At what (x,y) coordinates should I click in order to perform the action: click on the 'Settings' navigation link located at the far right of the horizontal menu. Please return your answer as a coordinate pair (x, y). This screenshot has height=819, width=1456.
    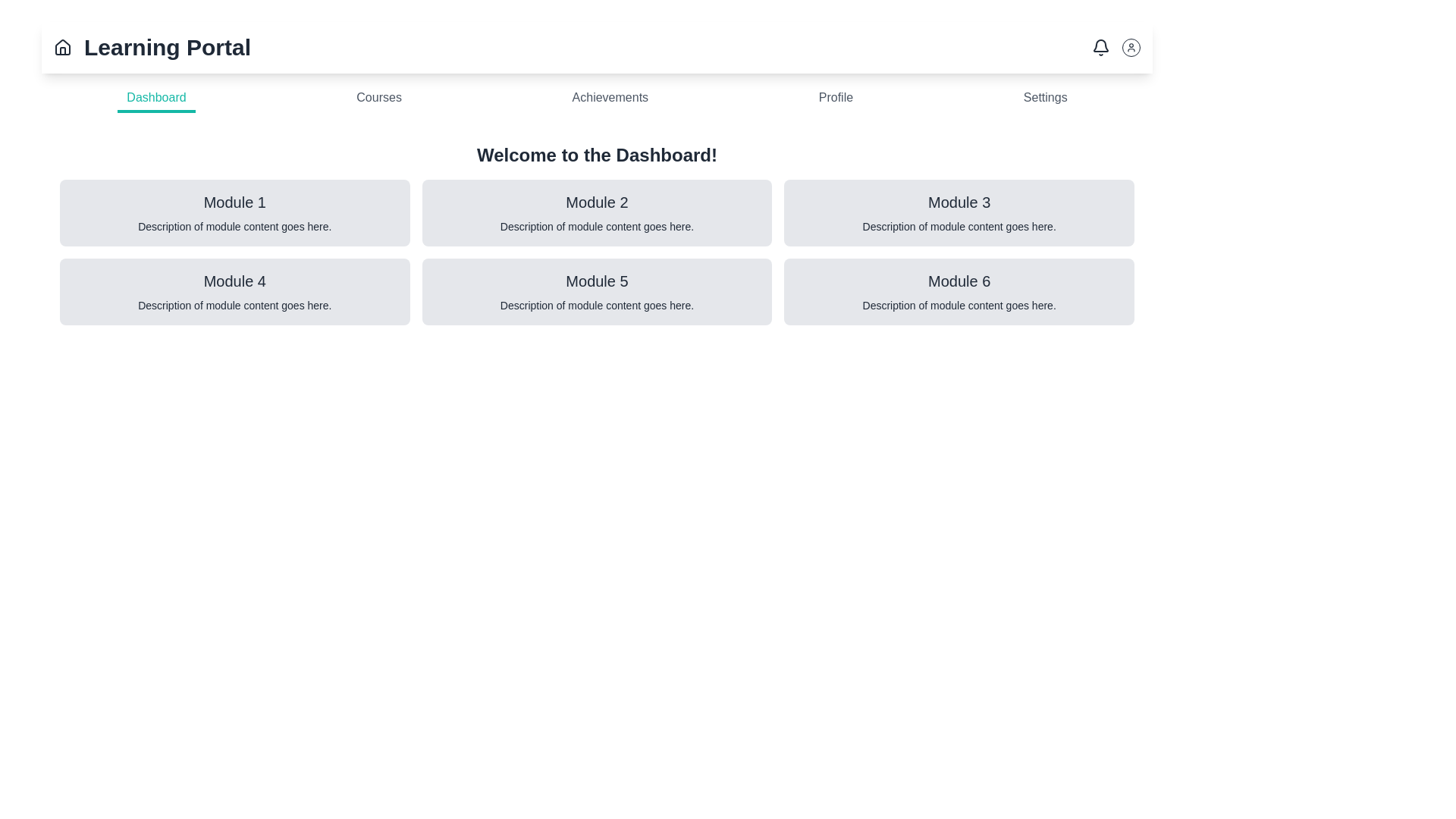
    Looking at the image, I should click on (1043, 99).